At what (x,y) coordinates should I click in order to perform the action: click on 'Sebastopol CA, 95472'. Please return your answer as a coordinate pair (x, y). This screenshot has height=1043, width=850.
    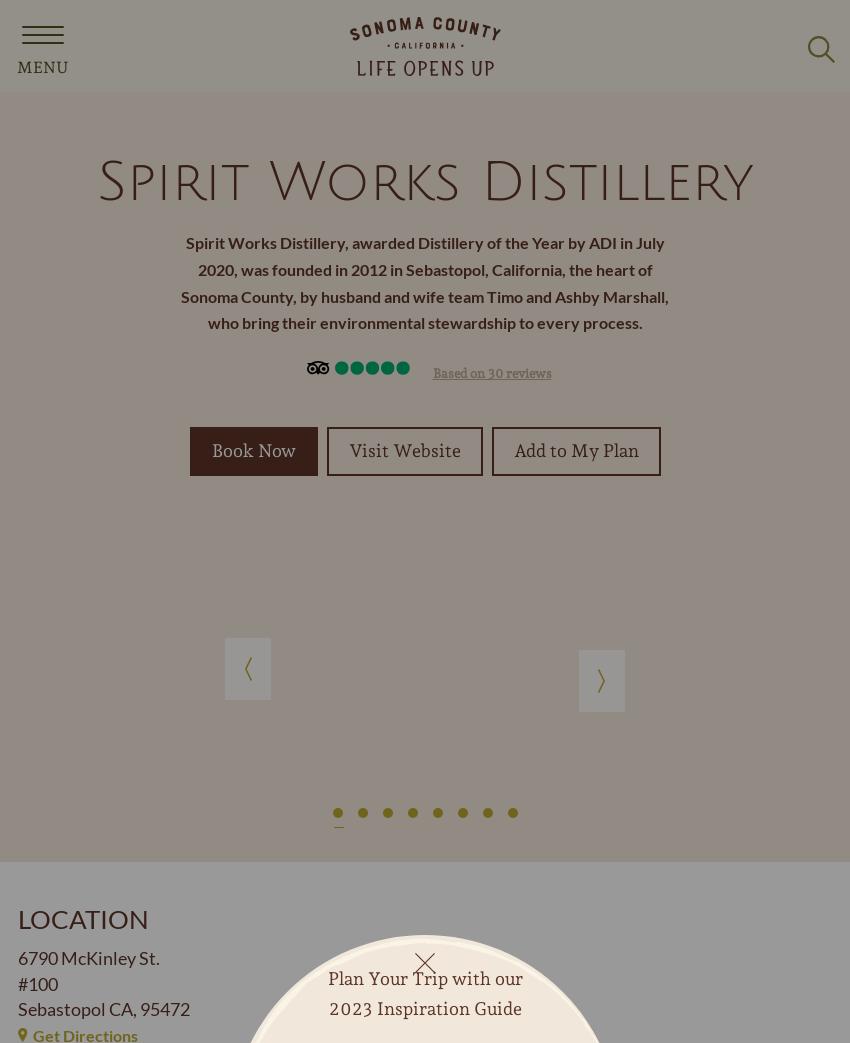
    Looking at the image, I should click on (103, 1008).